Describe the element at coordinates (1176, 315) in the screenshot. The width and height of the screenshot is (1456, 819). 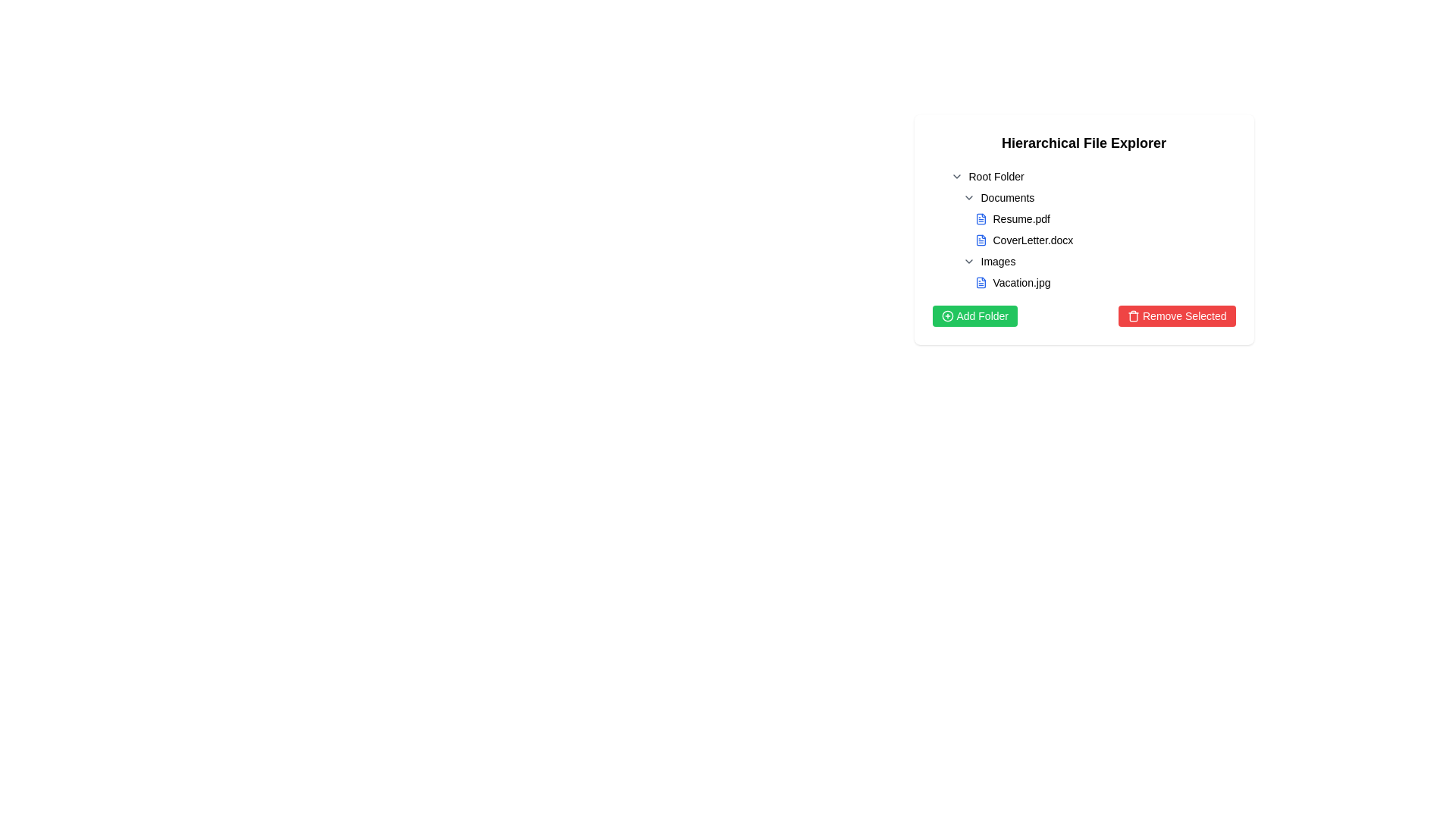
I see `the 'Remove Selected' button, which is a rectangular button with a red background and white text, located at the bottom right of the hierarchical file explorer UI` at that location.